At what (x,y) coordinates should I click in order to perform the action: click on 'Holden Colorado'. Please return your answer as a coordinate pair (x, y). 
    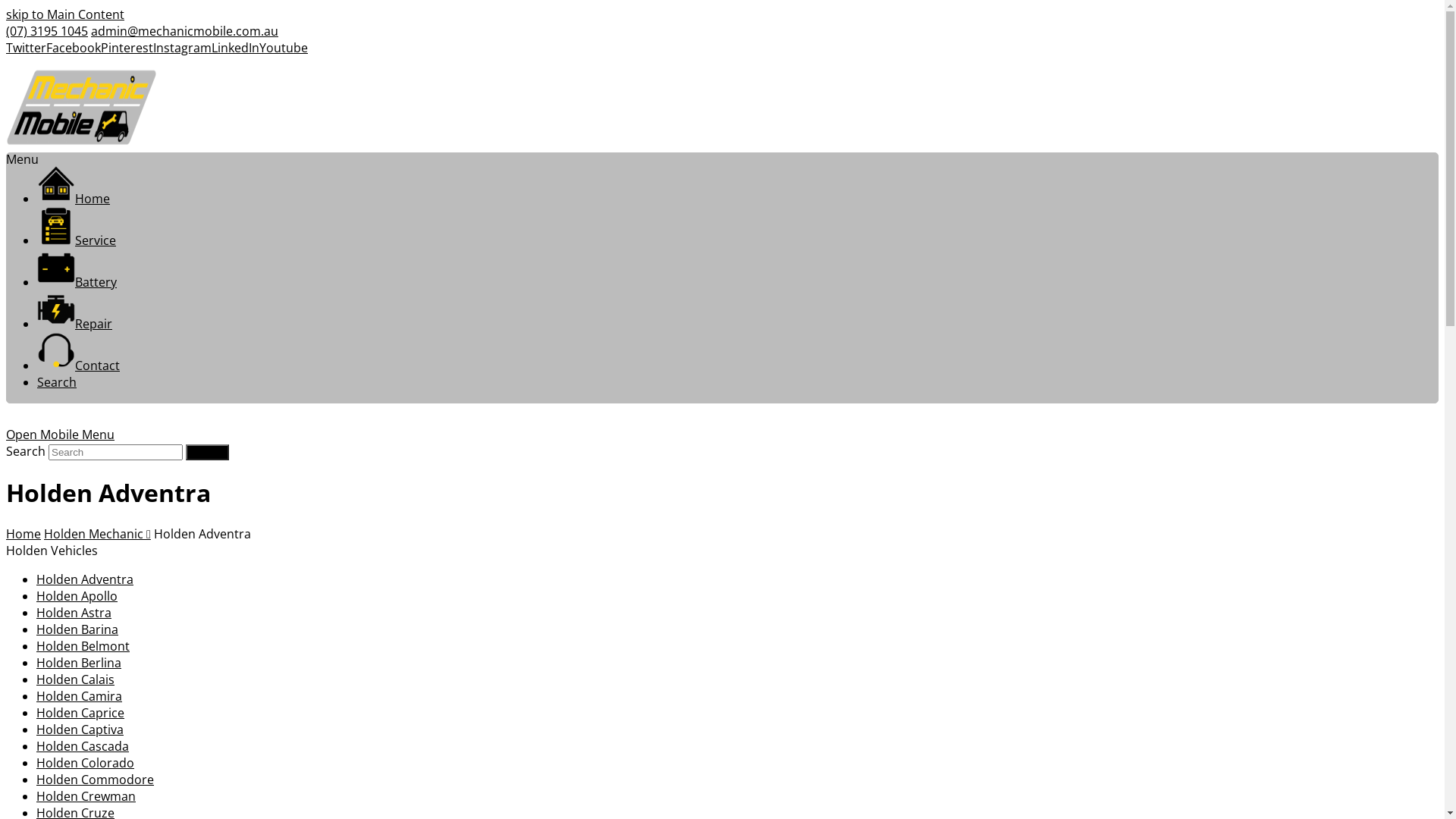
    Looking at the image, I should click on (84, 763).